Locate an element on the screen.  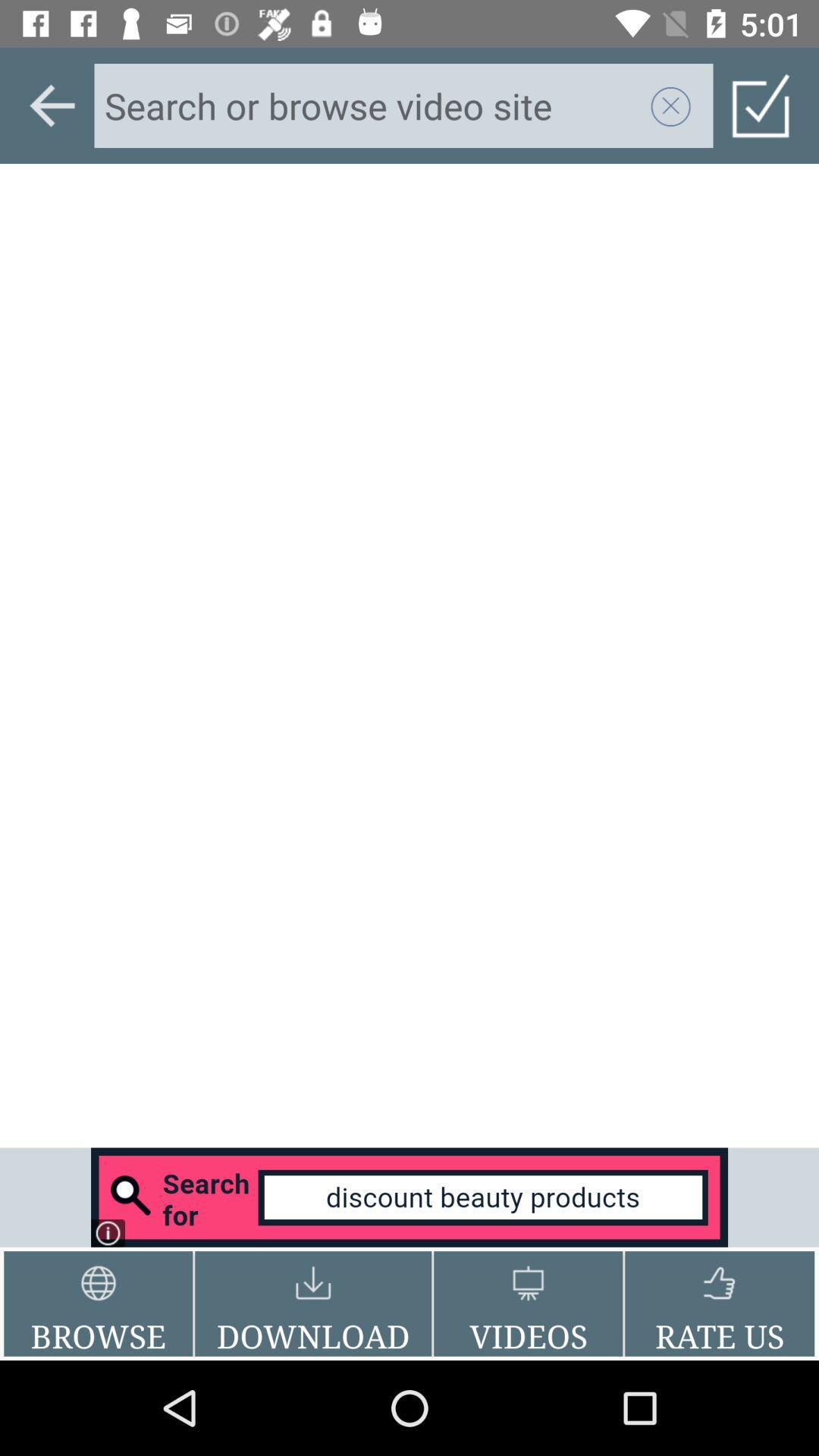
go back is located at coordinates (52, 105).